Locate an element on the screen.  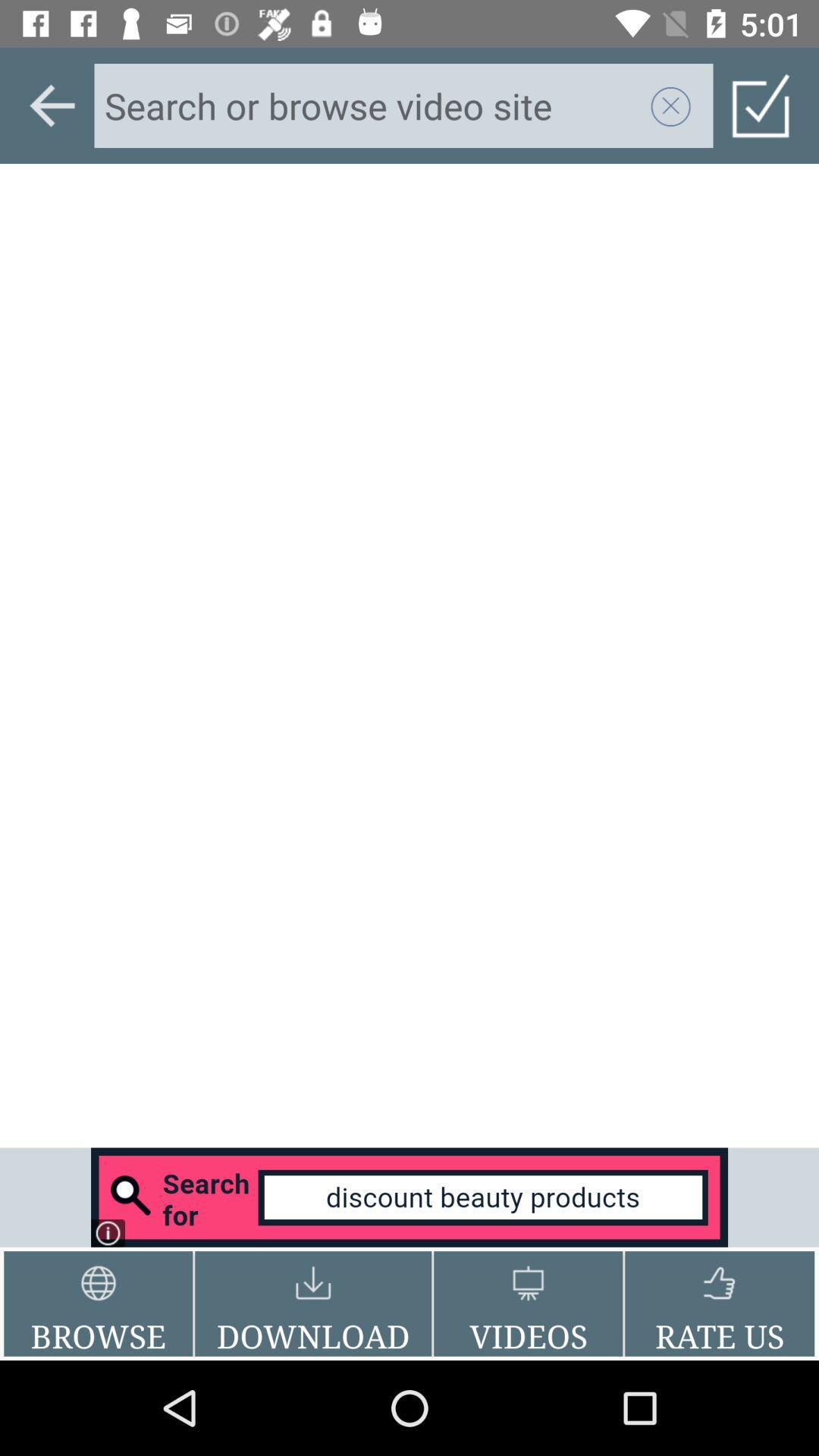
go back is located at coordinates (52, 105).